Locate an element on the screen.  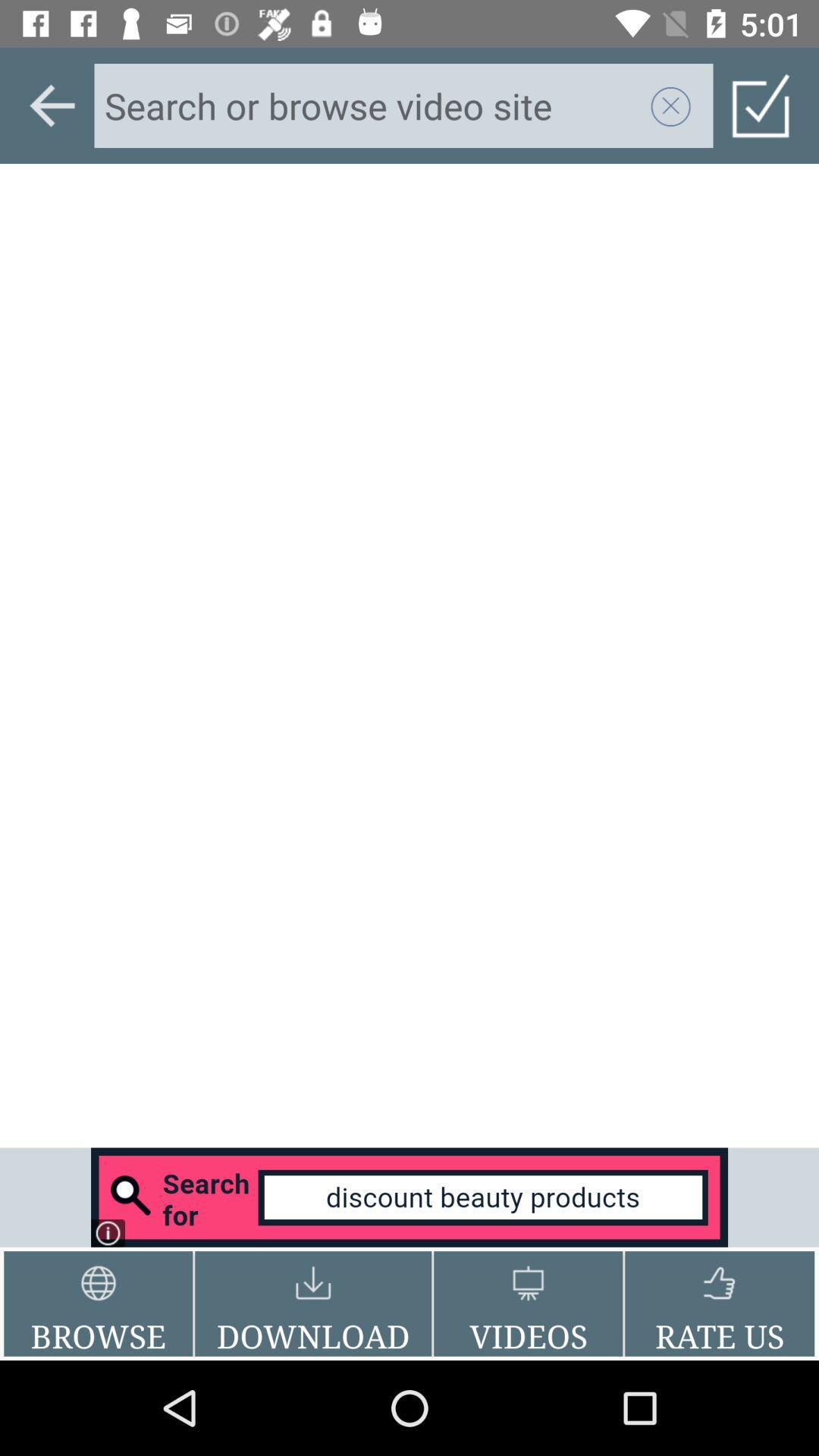
go back is located at coordinates (52, 105).